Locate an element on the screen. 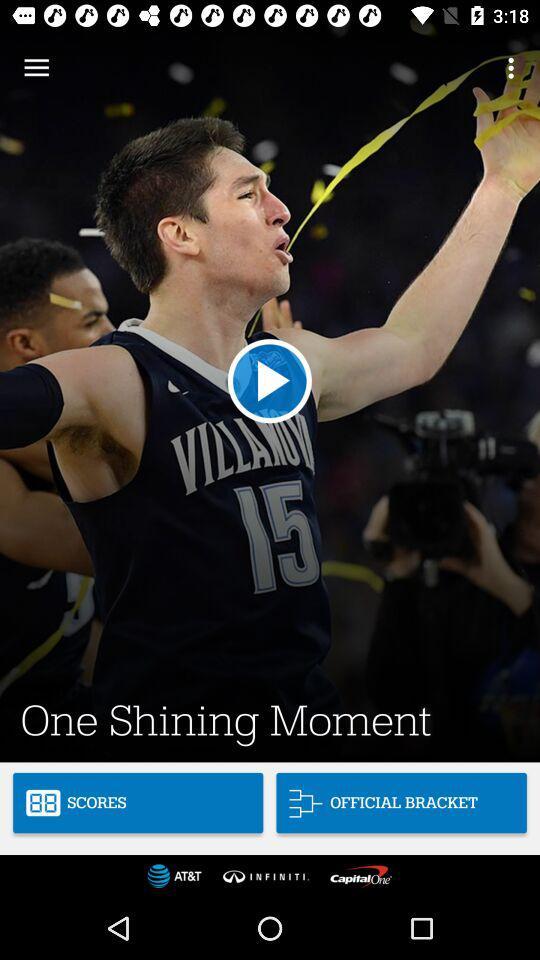 The width and height of the screenshot is (540, 960). item at the top left corner is located at coordinates (36, 68).